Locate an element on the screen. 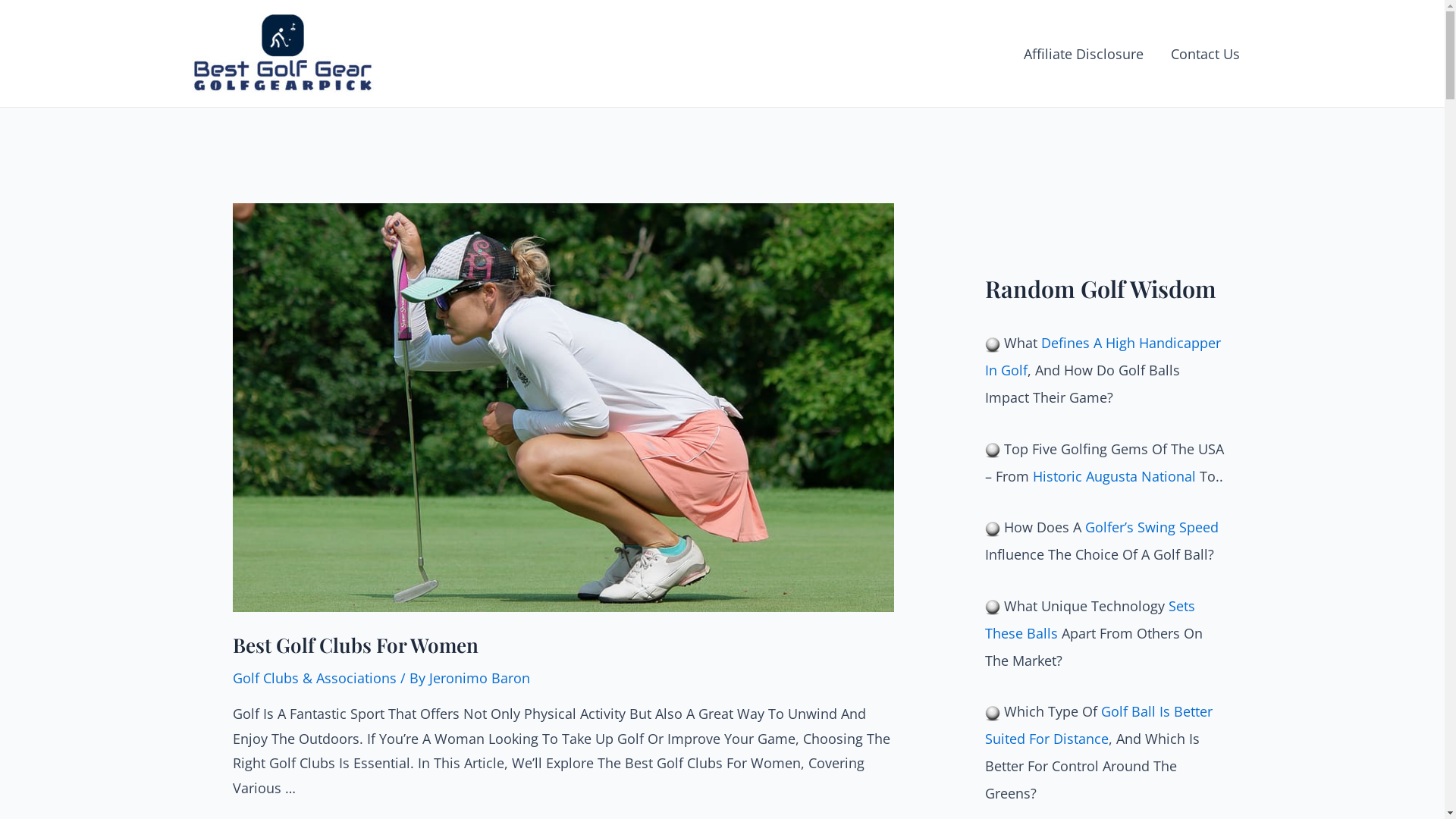  'Sets These Balls' is located at coordinates (1088, 620).